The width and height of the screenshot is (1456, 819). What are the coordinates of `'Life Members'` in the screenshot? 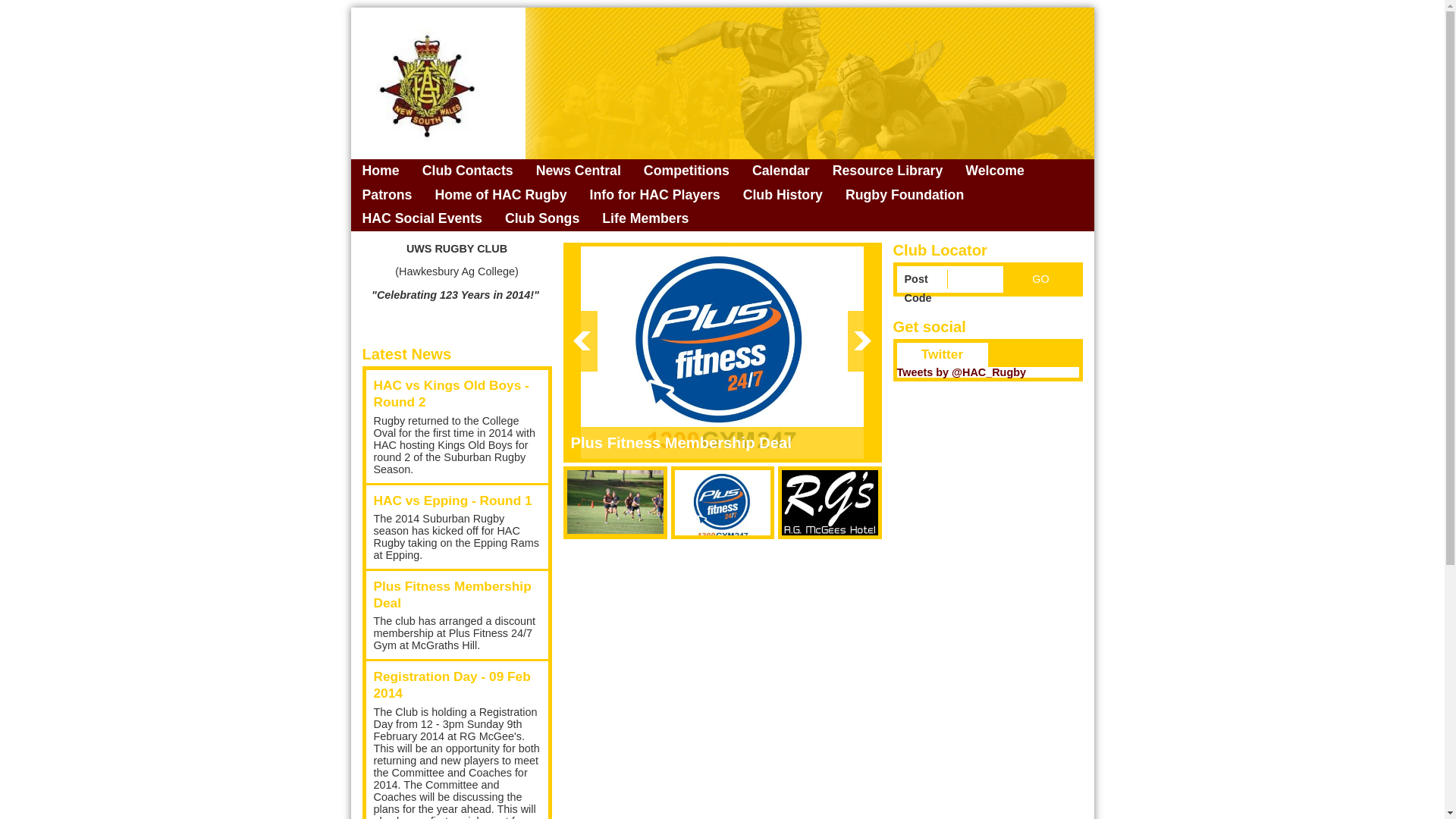 It's located at (645, 219).